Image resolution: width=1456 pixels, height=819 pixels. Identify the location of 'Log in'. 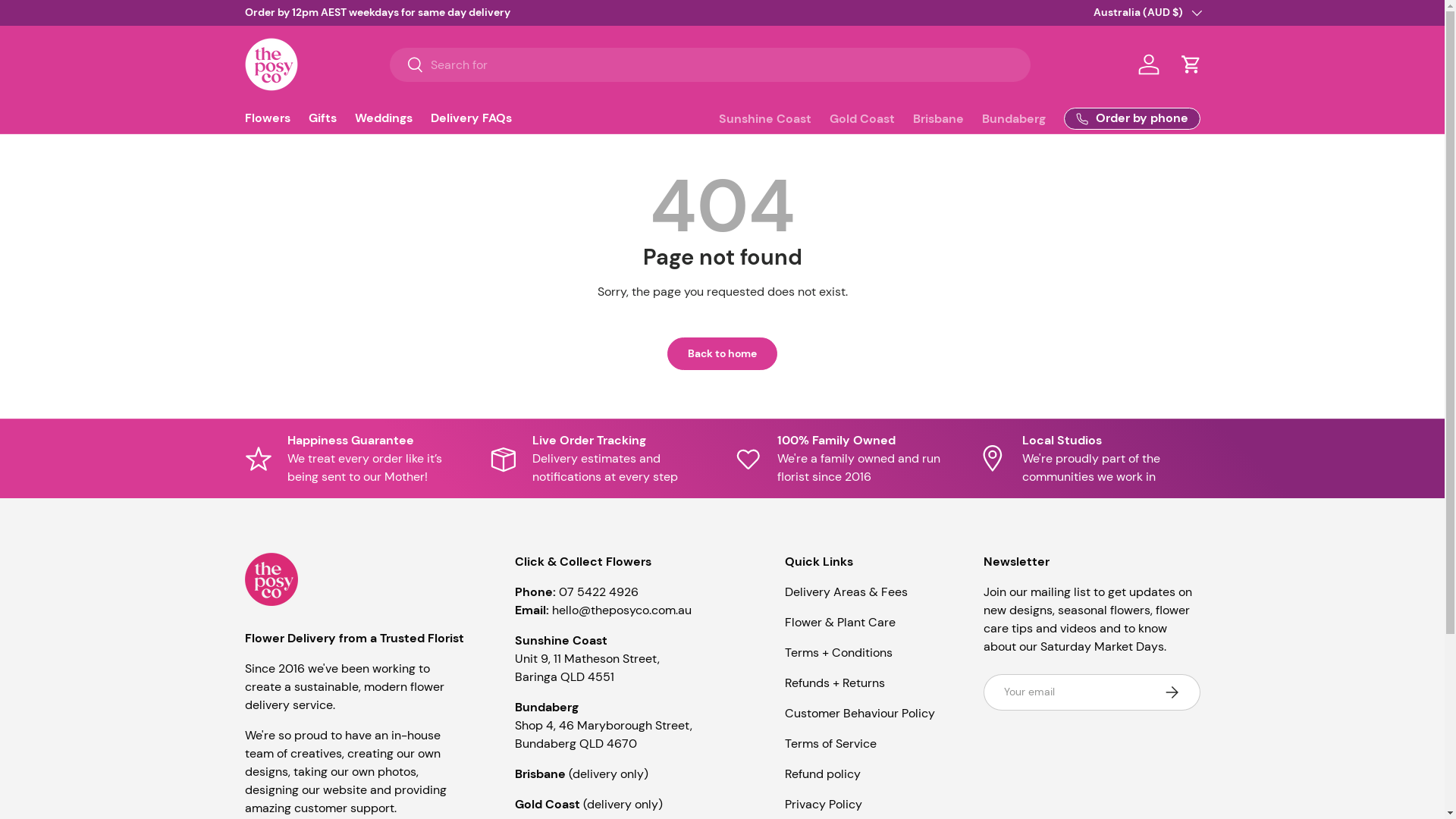
(1147, 63).